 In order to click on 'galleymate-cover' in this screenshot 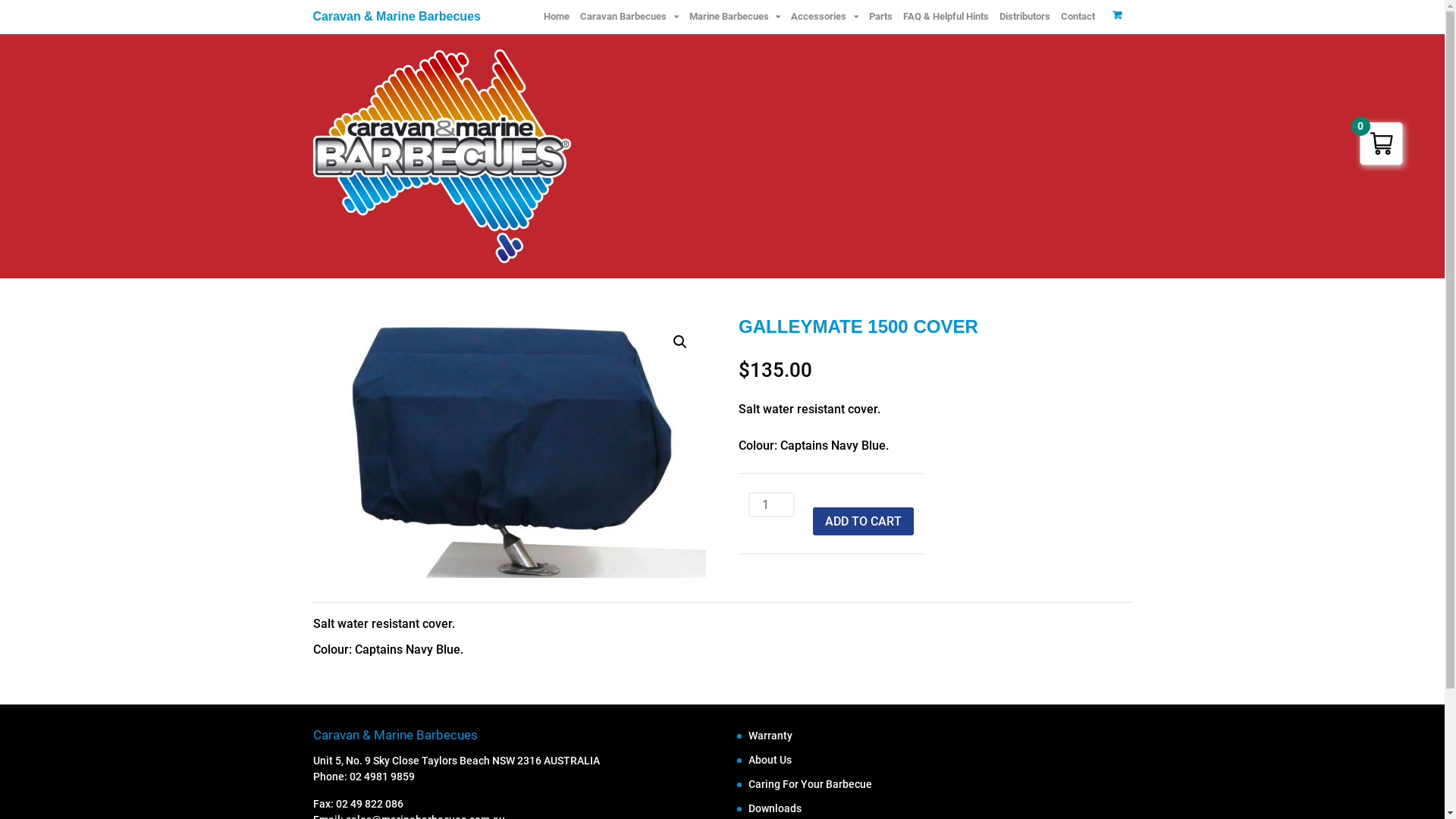, I will do `click(509, 447)`.